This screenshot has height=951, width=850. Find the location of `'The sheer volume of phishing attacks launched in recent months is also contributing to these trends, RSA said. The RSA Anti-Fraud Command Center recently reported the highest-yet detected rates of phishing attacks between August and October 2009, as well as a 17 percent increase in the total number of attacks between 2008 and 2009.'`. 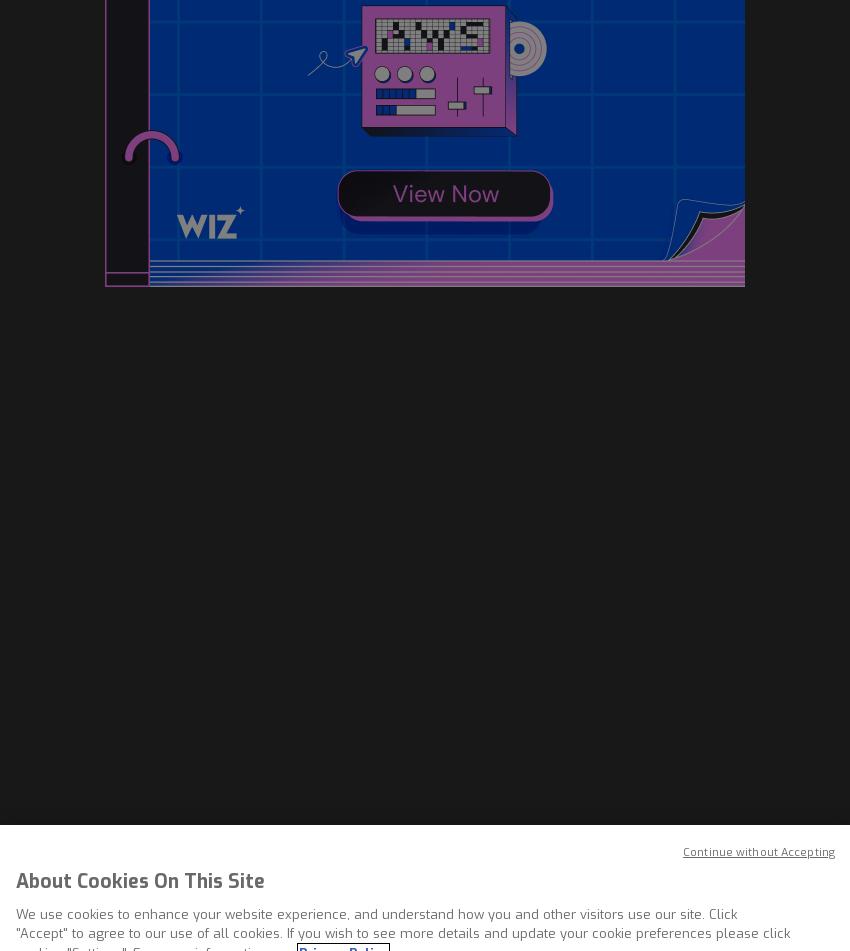

'The sheer volume of phishing attacks launched in recent months is also contributing to these trends, RSA said. The RSA Anti-Fraud Command Center recently reported the highest-yet detected rates of phishing attacks between August and October 2009, as well as a 17 percent increase in the total number of attacks between 2008 and 2009.' is located at coordinates (424, 250).